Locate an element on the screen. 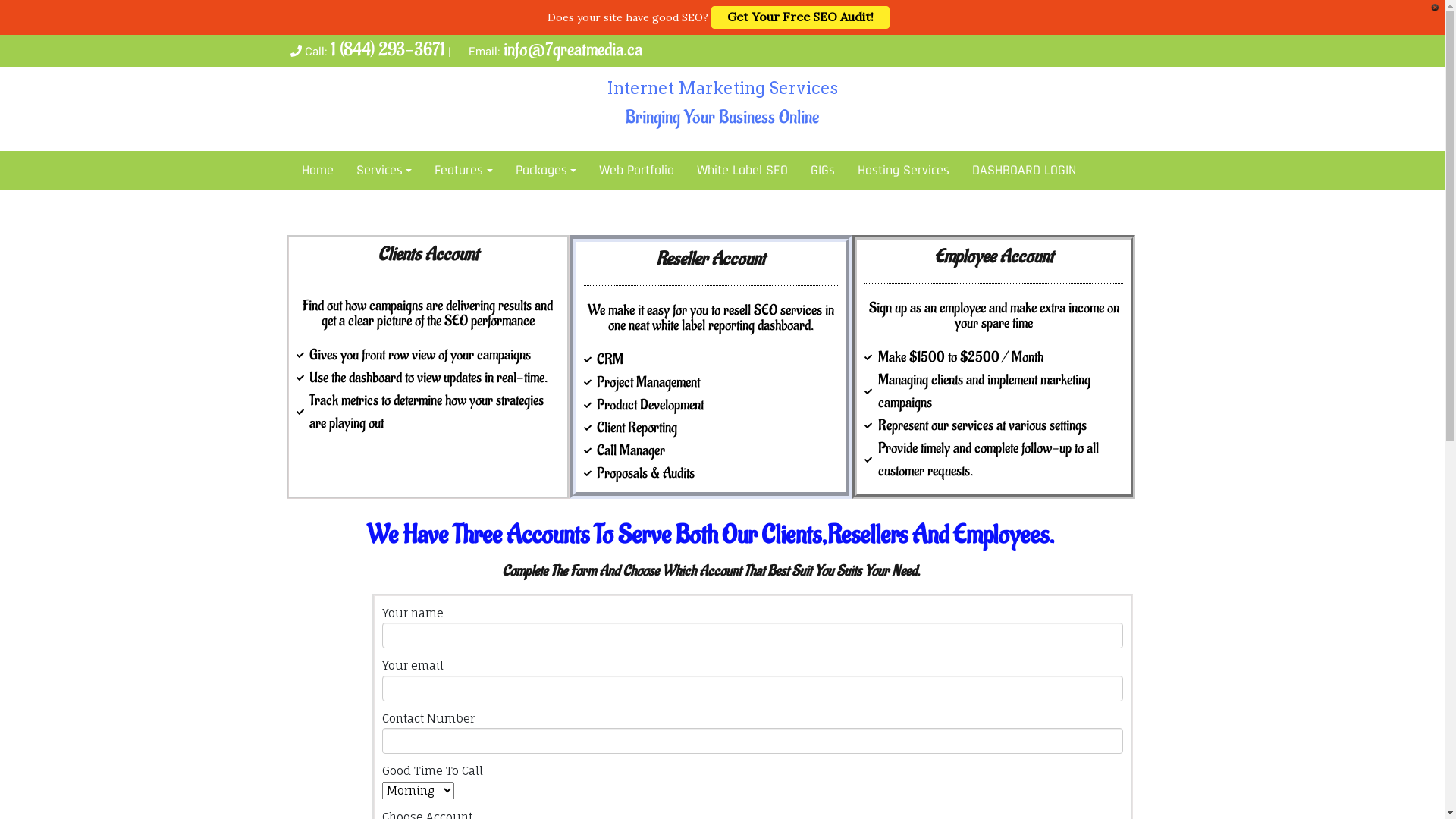 The width and height of the screenshot is (1456, 819). 'White Label SEO' is located at coordinates (742, 170).